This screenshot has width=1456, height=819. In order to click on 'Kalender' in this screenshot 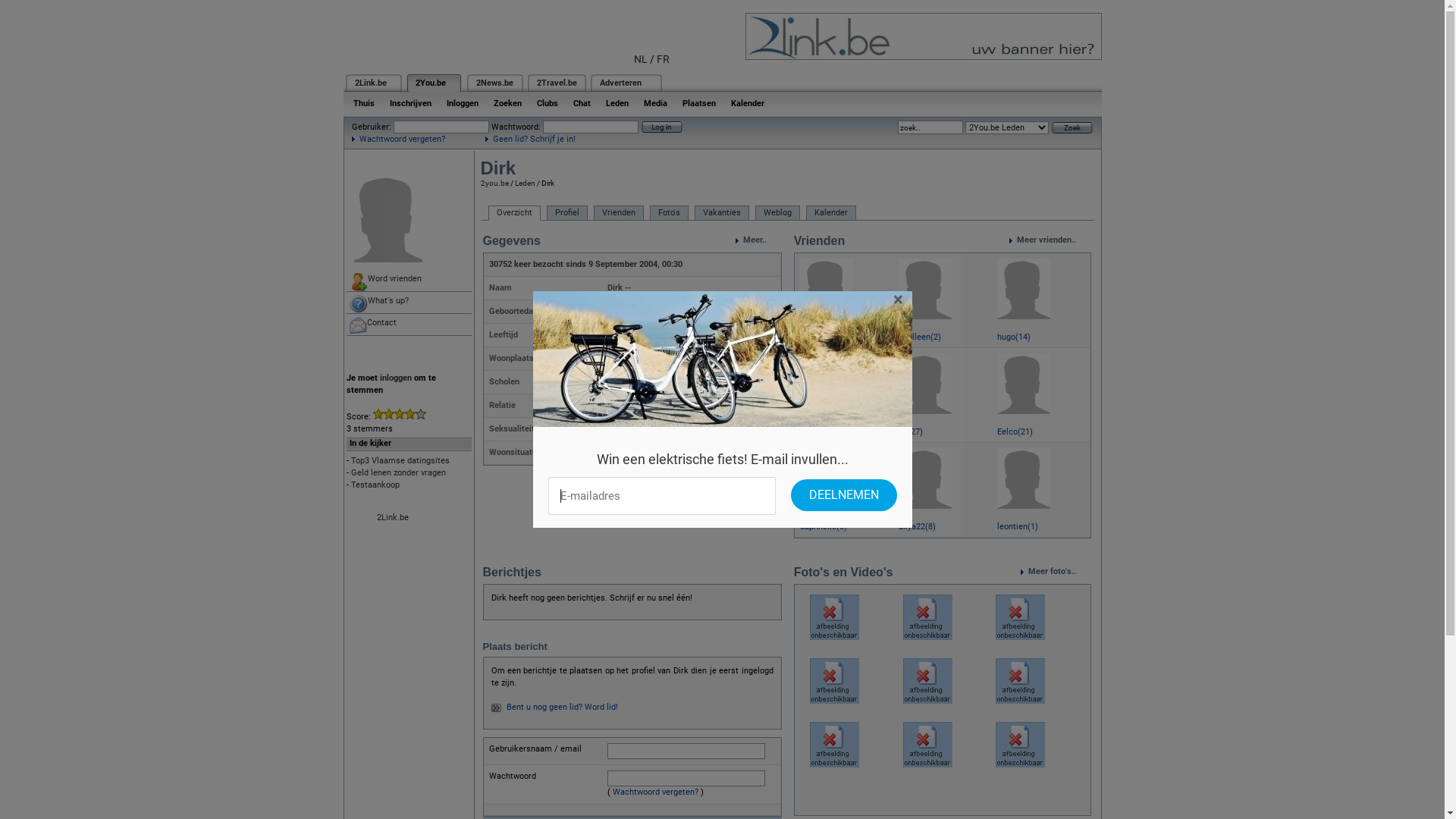, I will do `click(747, 102)`.